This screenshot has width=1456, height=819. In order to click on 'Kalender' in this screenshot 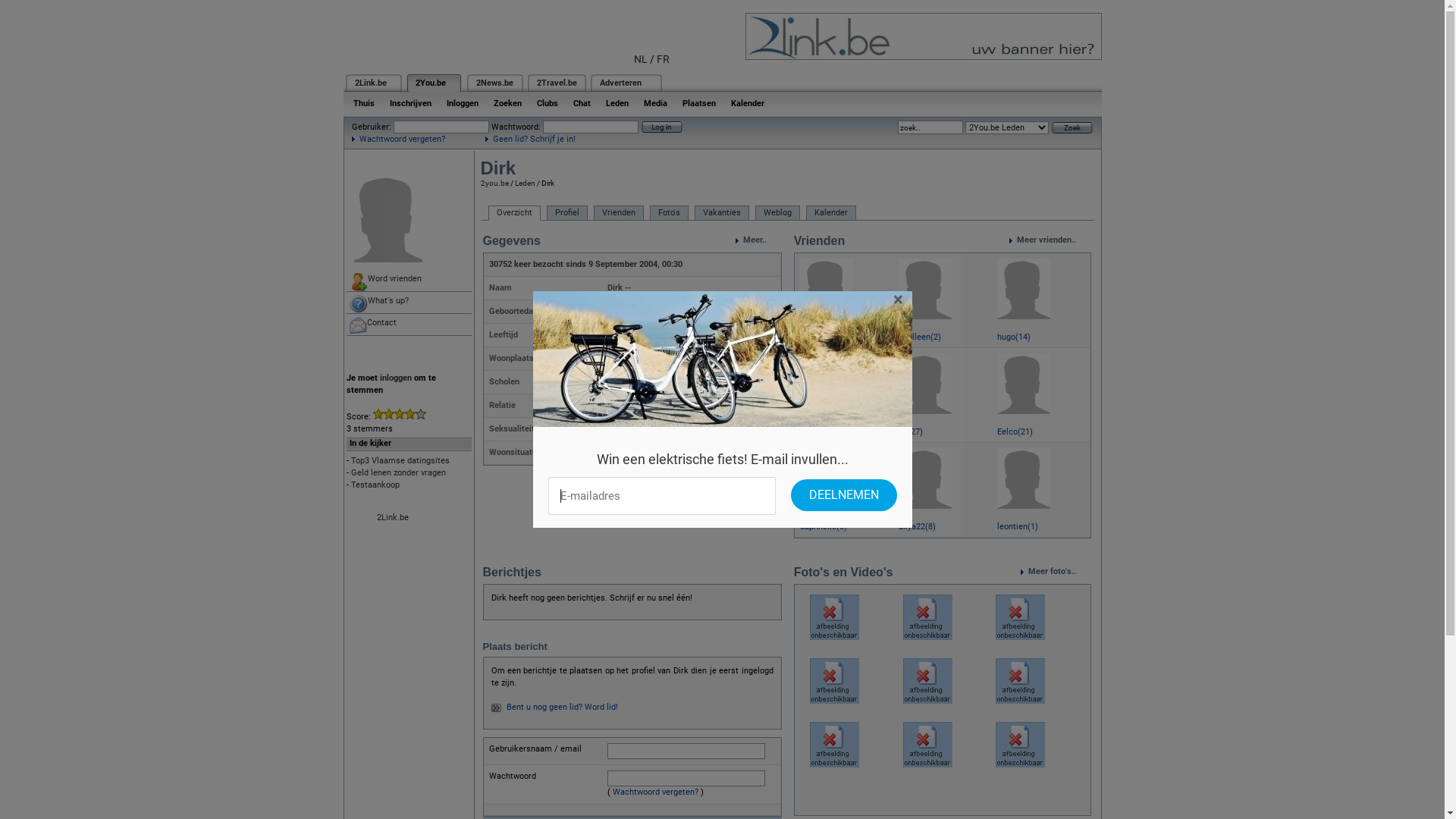, I will do `click(747, 102)`.